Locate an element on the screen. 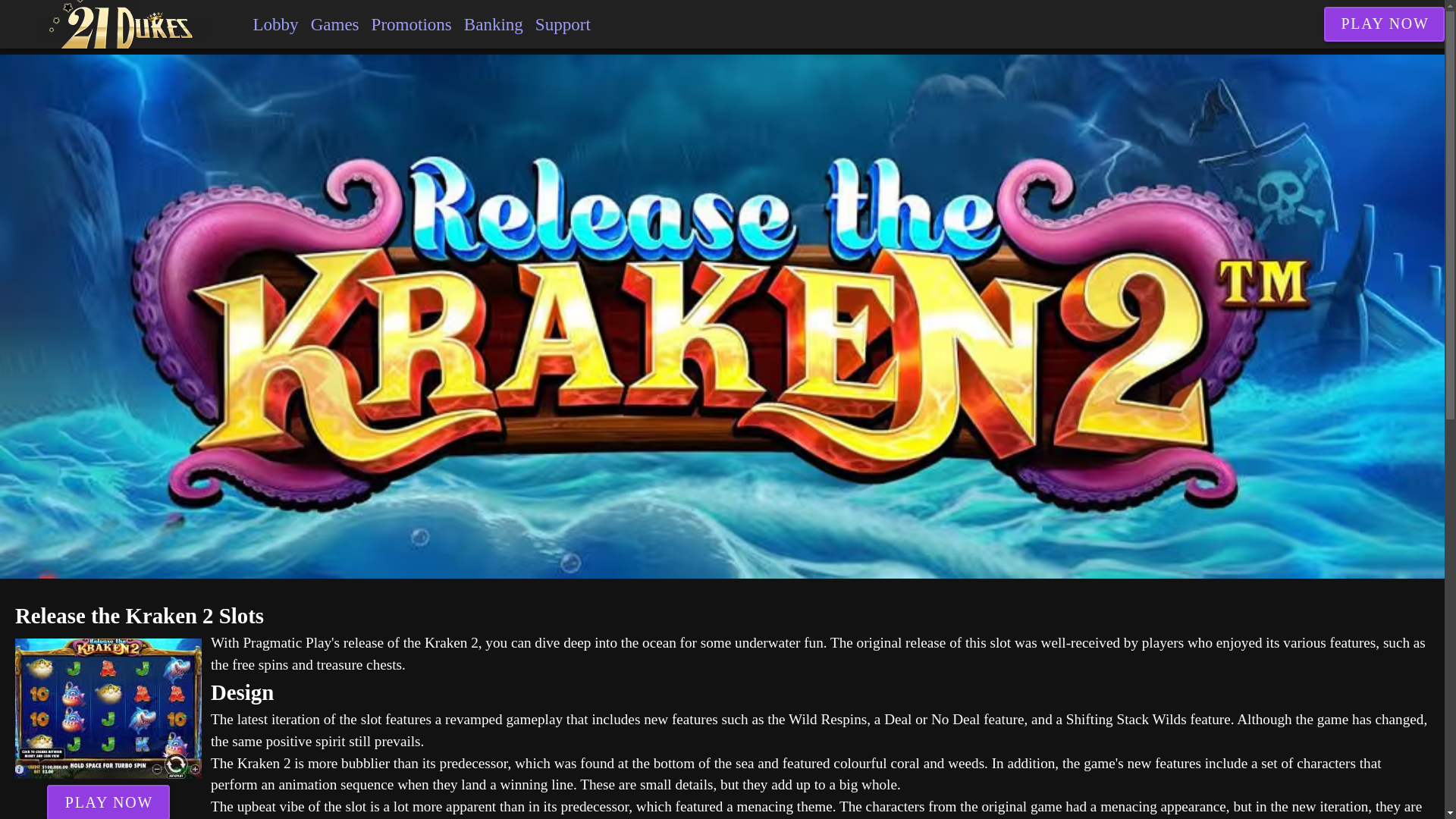  'Support' is located at coordinates (562, 24).